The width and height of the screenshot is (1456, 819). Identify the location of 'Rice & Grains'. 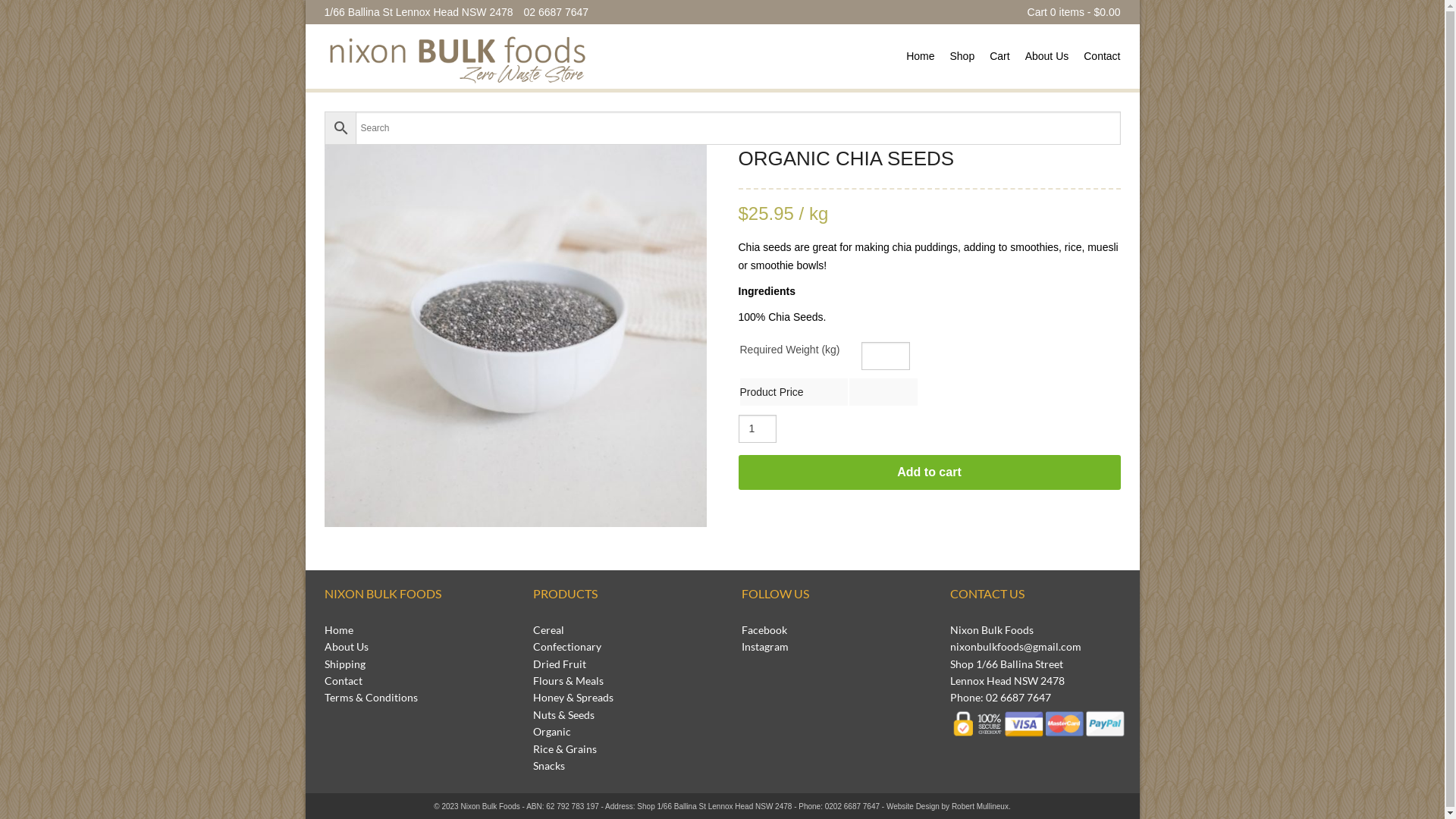
(563, 748).